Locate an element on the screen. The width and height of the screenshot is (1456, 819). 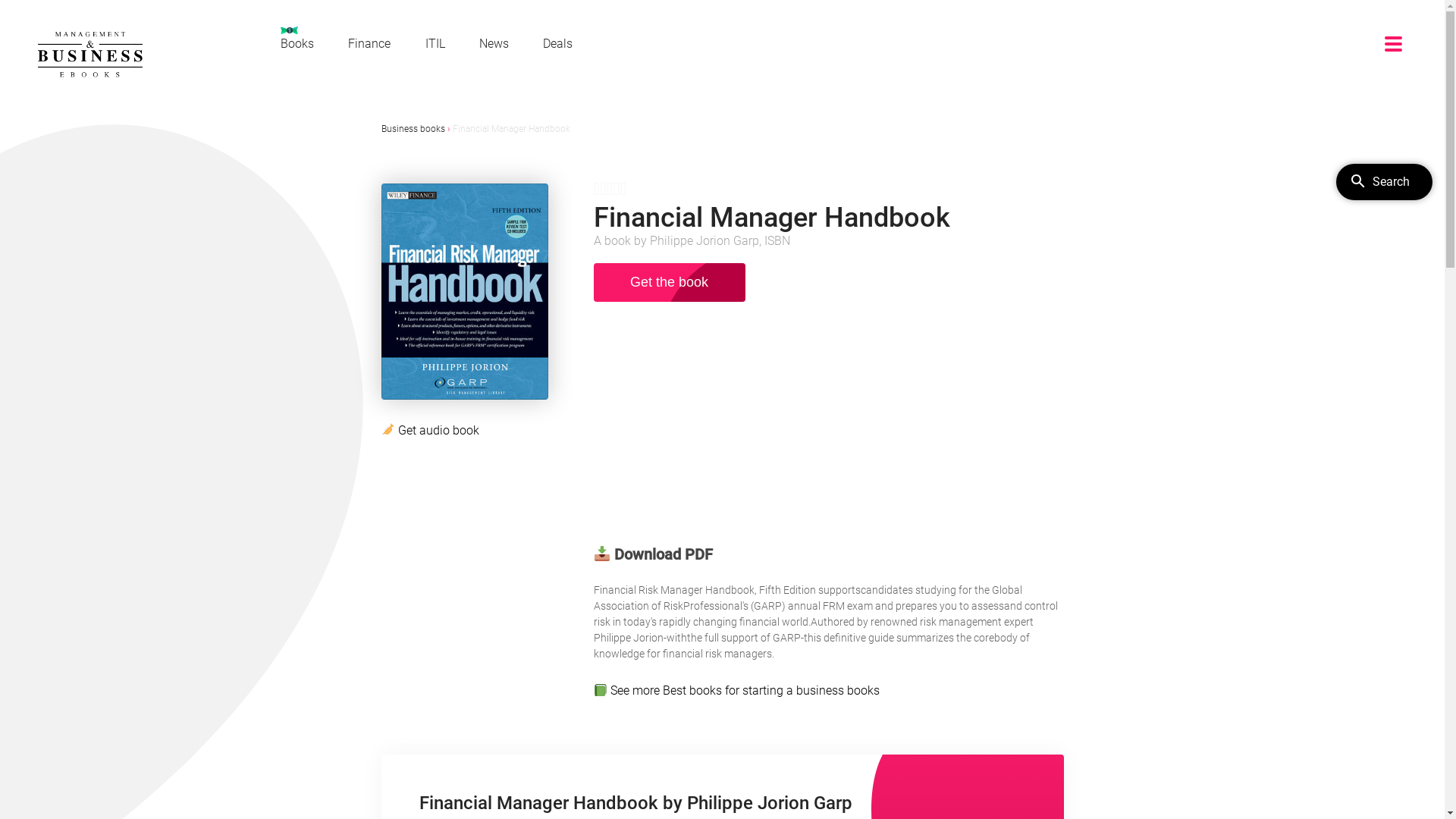
'Get audio book' is located at coordinates (438, 430).